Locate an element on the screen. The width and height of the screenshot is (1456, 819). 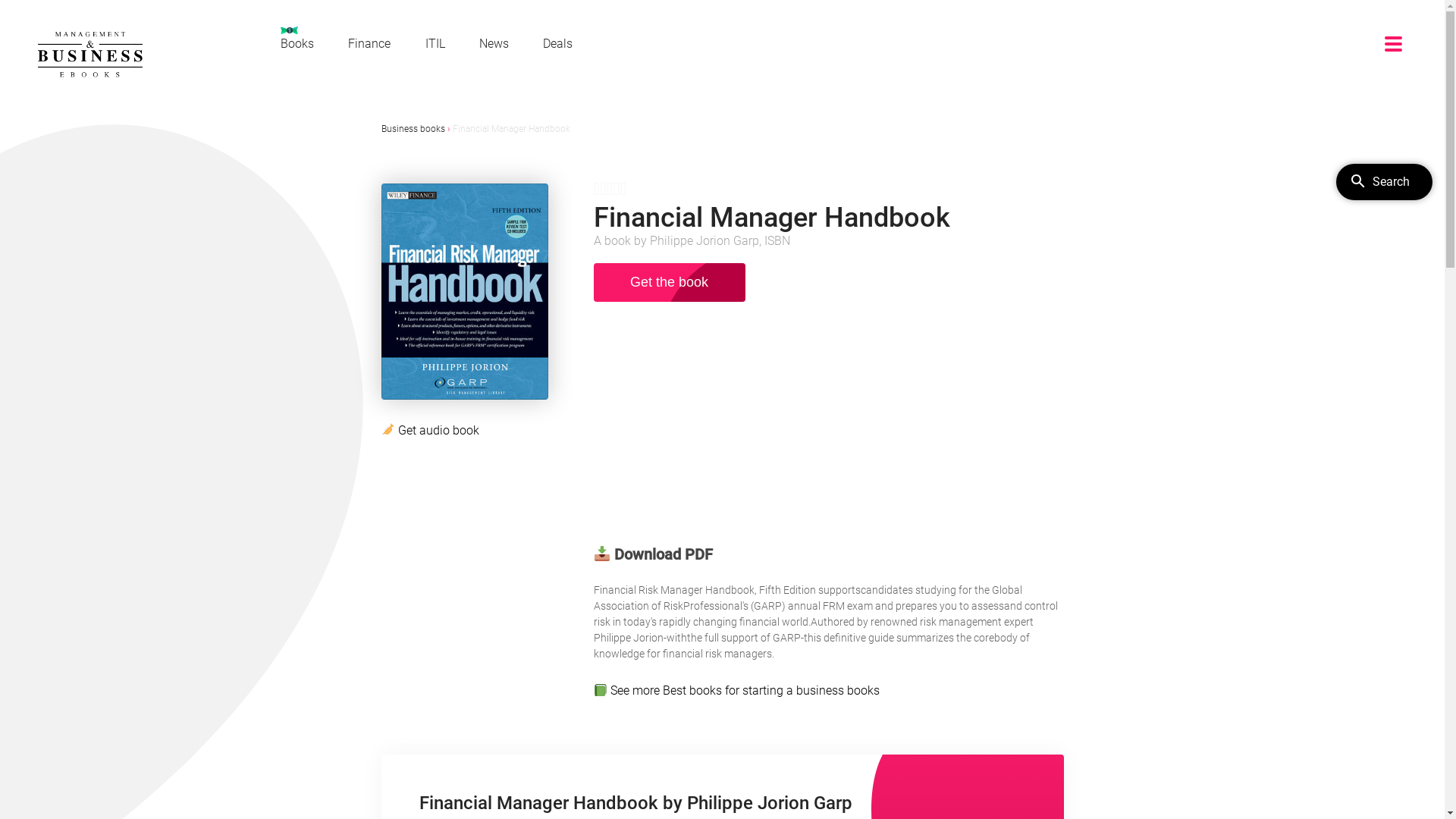
'Get audio book' is located at coordinates (438, 430).